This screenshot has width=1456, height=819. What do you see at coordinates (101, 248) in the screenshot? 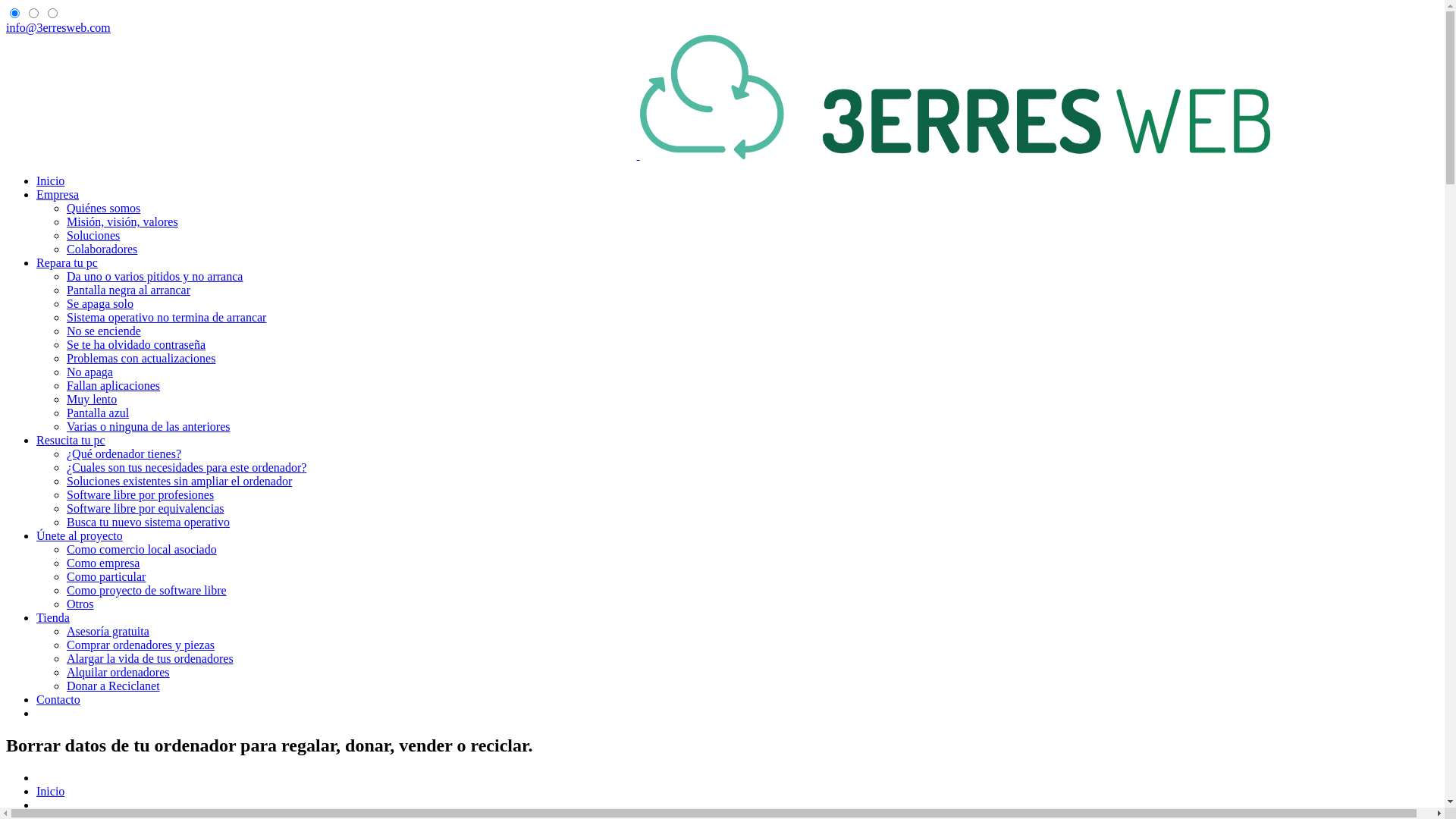
I see `'Colaboradores'` at bounding box center [101, 248].